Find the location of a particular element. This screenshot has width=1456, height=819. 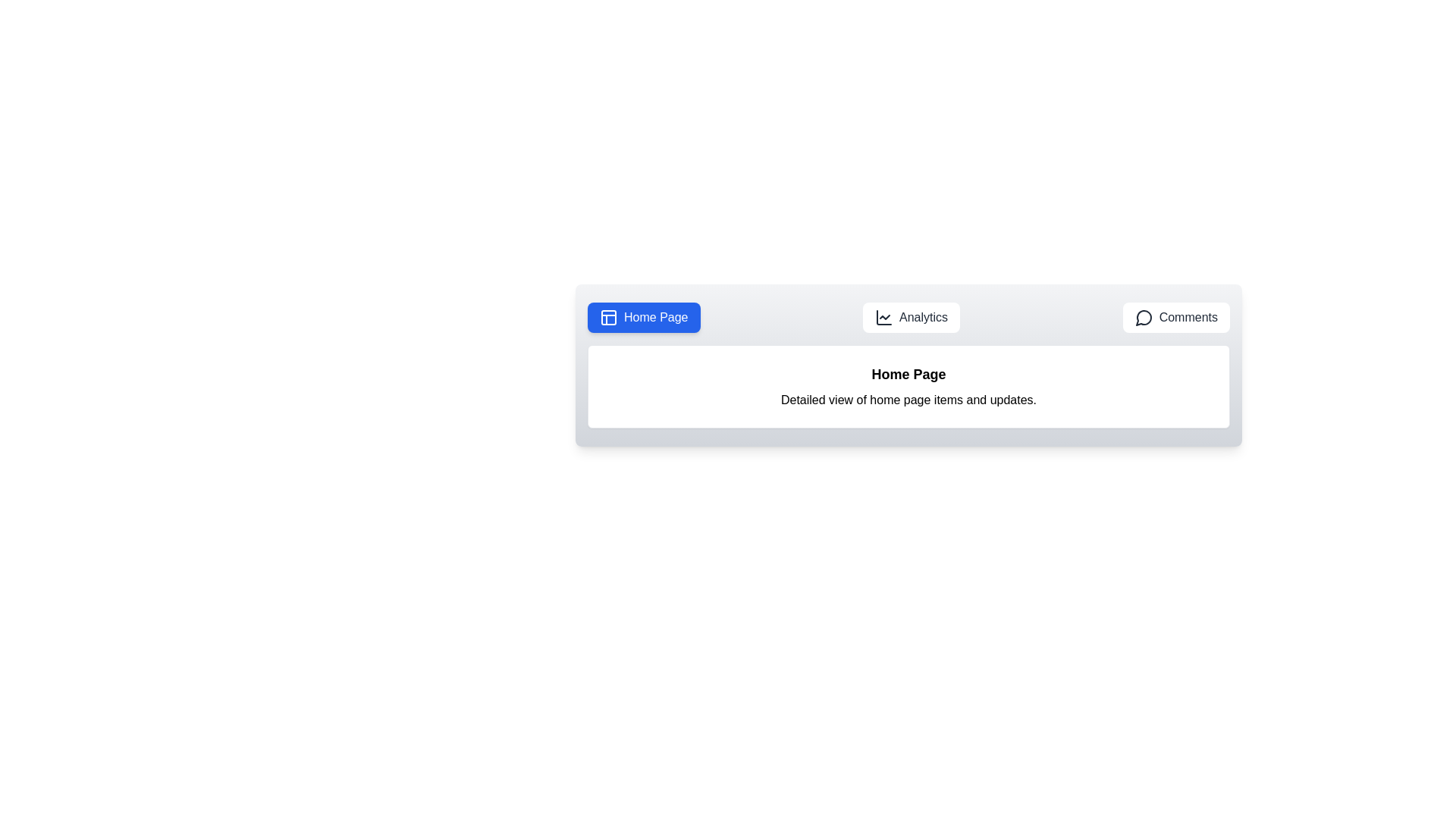

the Home Page tab by clicking on the corresponding tab is located at coordinates (644, 317).